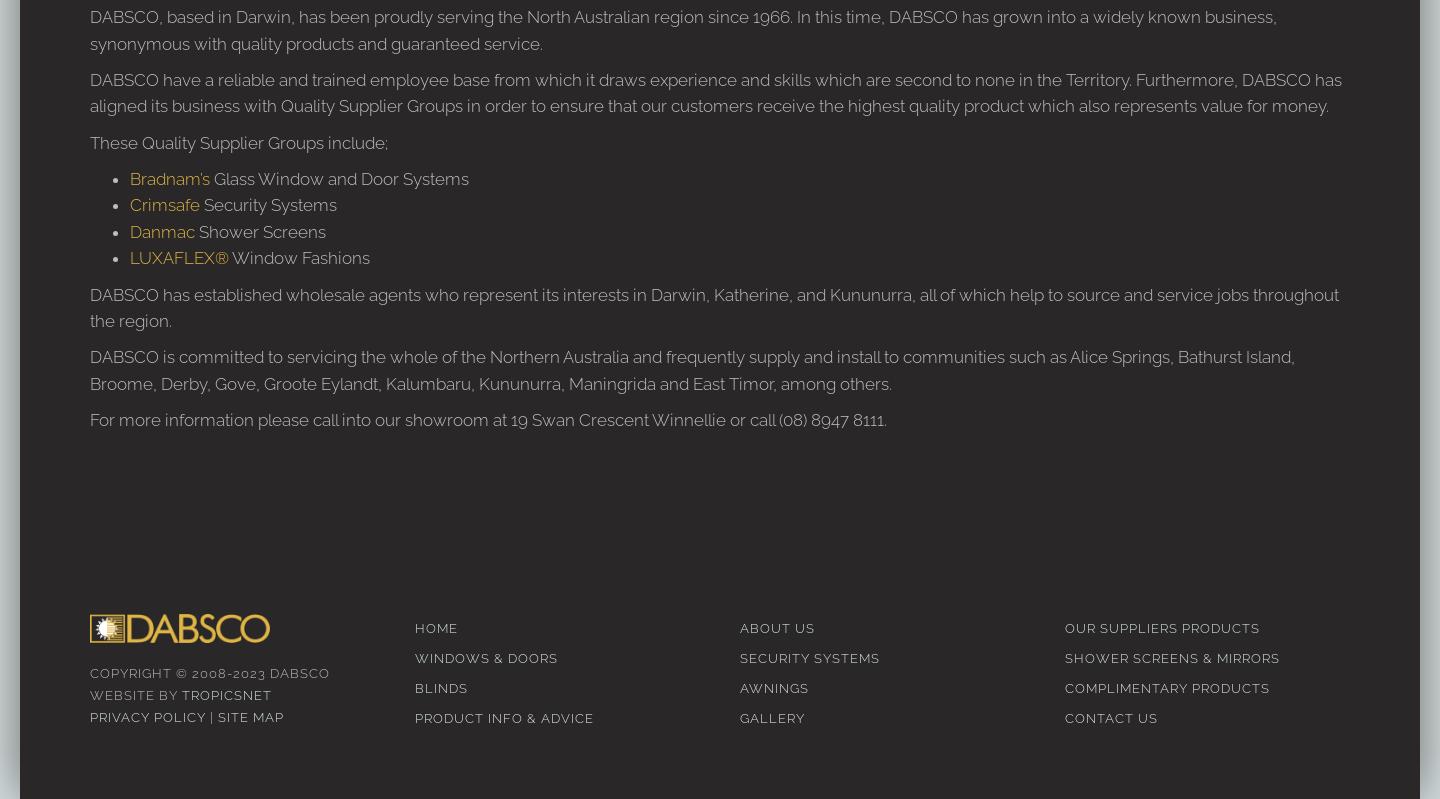  What do you see at coordinates (1167, 688) in the screenshot?
I see `'Complimentary Products'` at bounding box center [1167, 688].